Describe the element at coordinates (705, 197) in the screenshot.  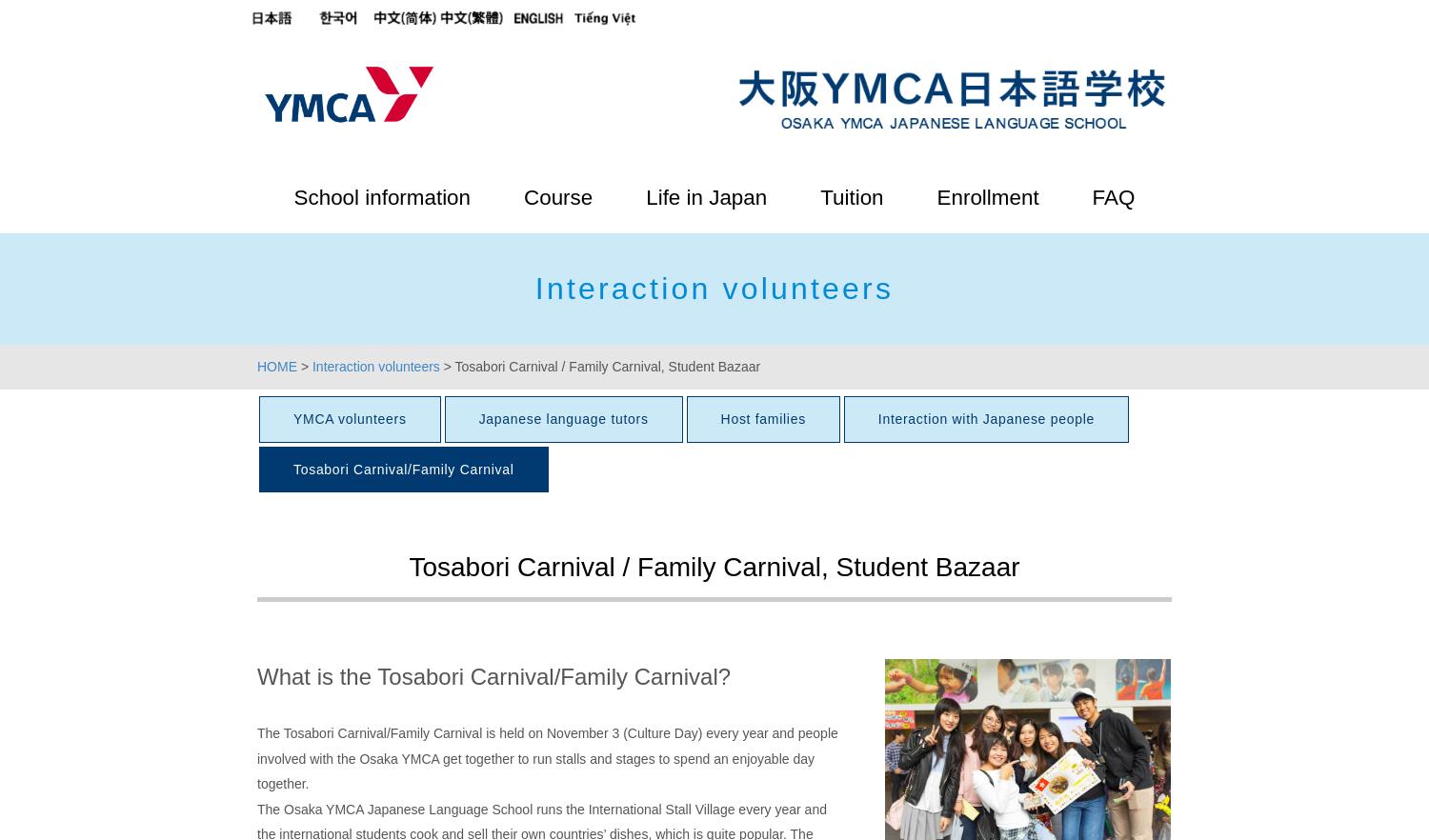
I see `'Life in Japan'` at that location.